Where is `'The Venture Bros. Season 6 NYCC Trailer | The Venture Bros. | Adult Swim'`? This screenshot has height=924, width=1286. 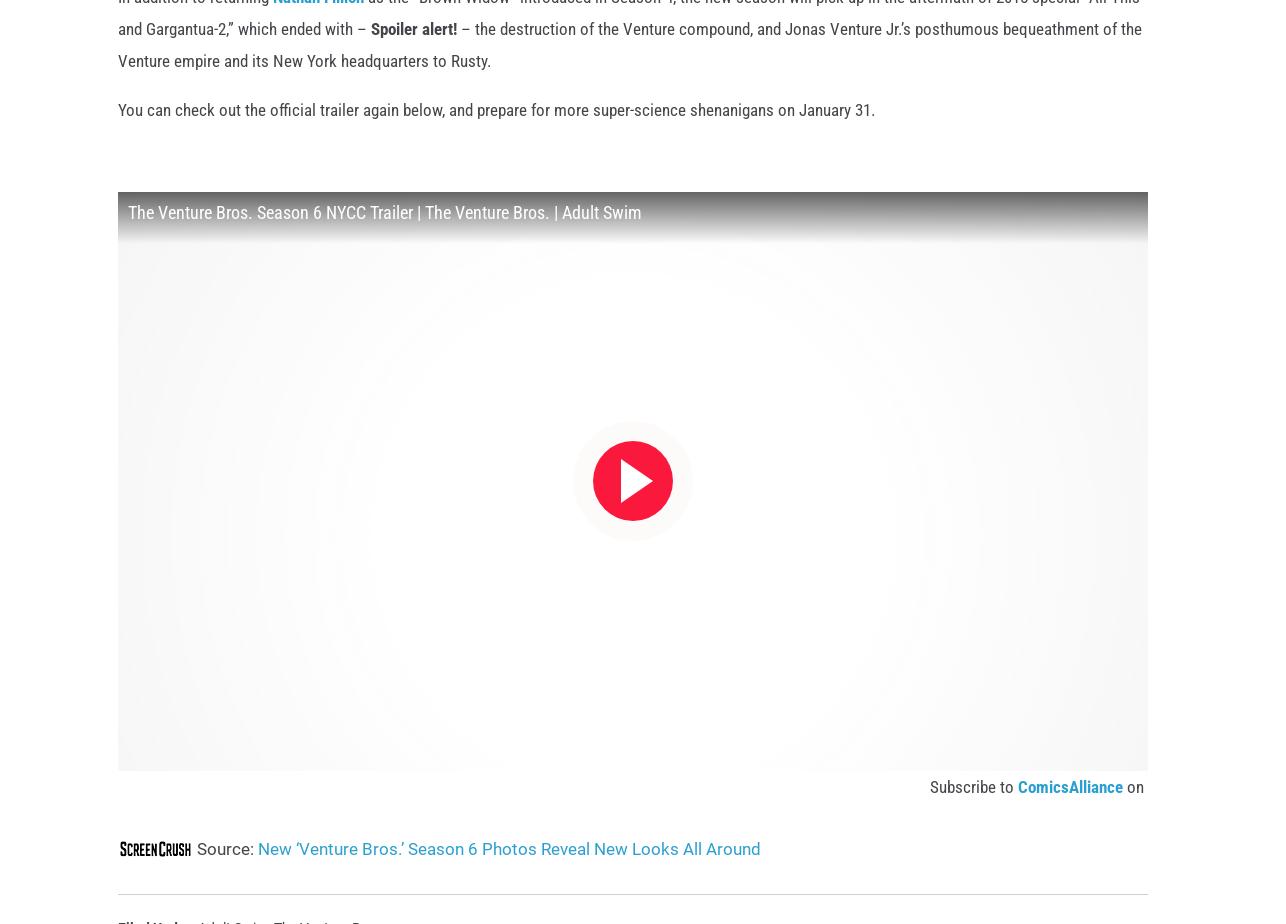 'The Venture Bros. Season 6 NYCC Trailer | The Venture Bros. | Adult Swim' is located at coordinates (384, 243).